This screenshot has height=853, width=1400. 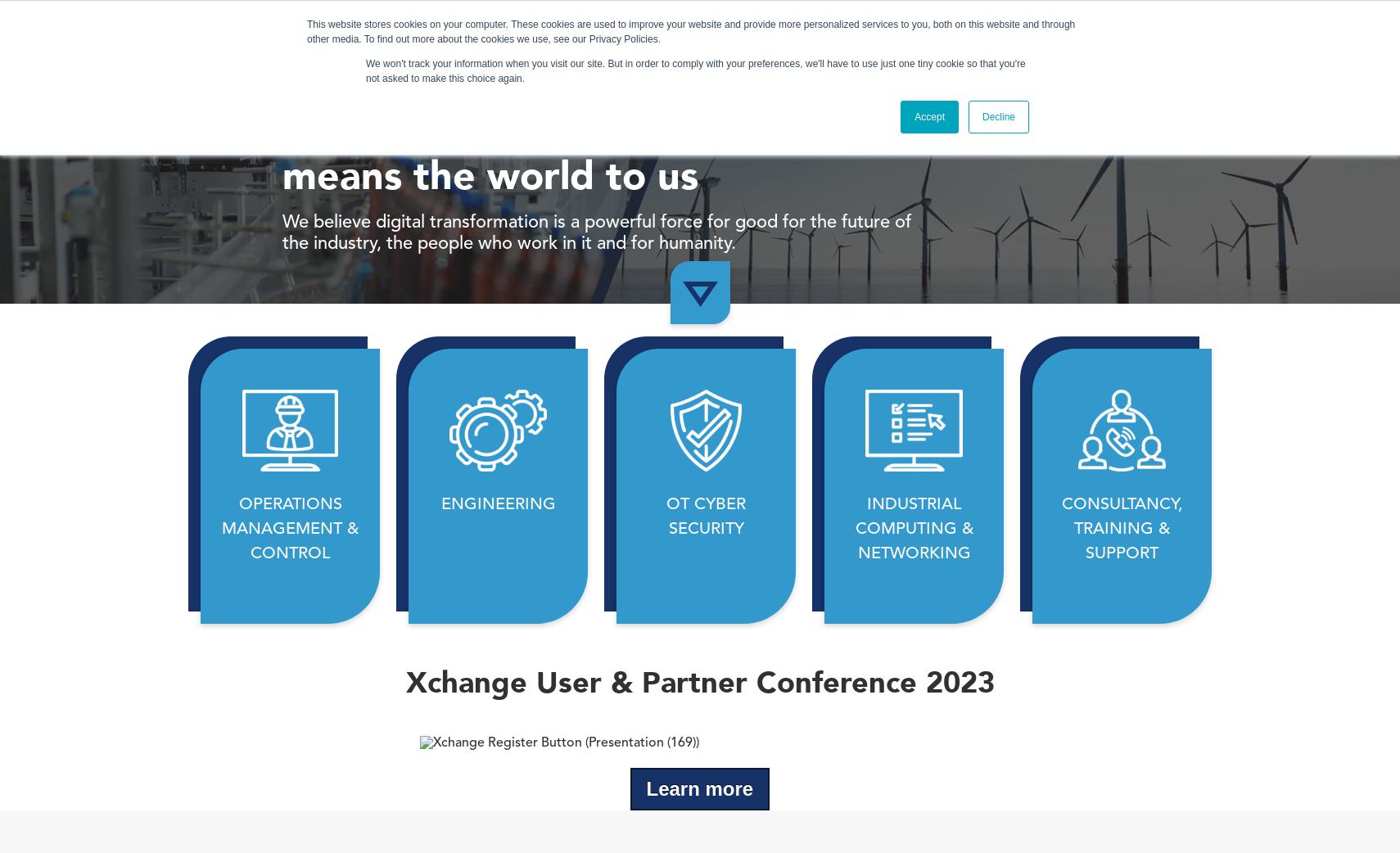 What do you see at coordinates (997, 116) in the screenshot?
I see `'Decline'` at bounding box center [997, 116].